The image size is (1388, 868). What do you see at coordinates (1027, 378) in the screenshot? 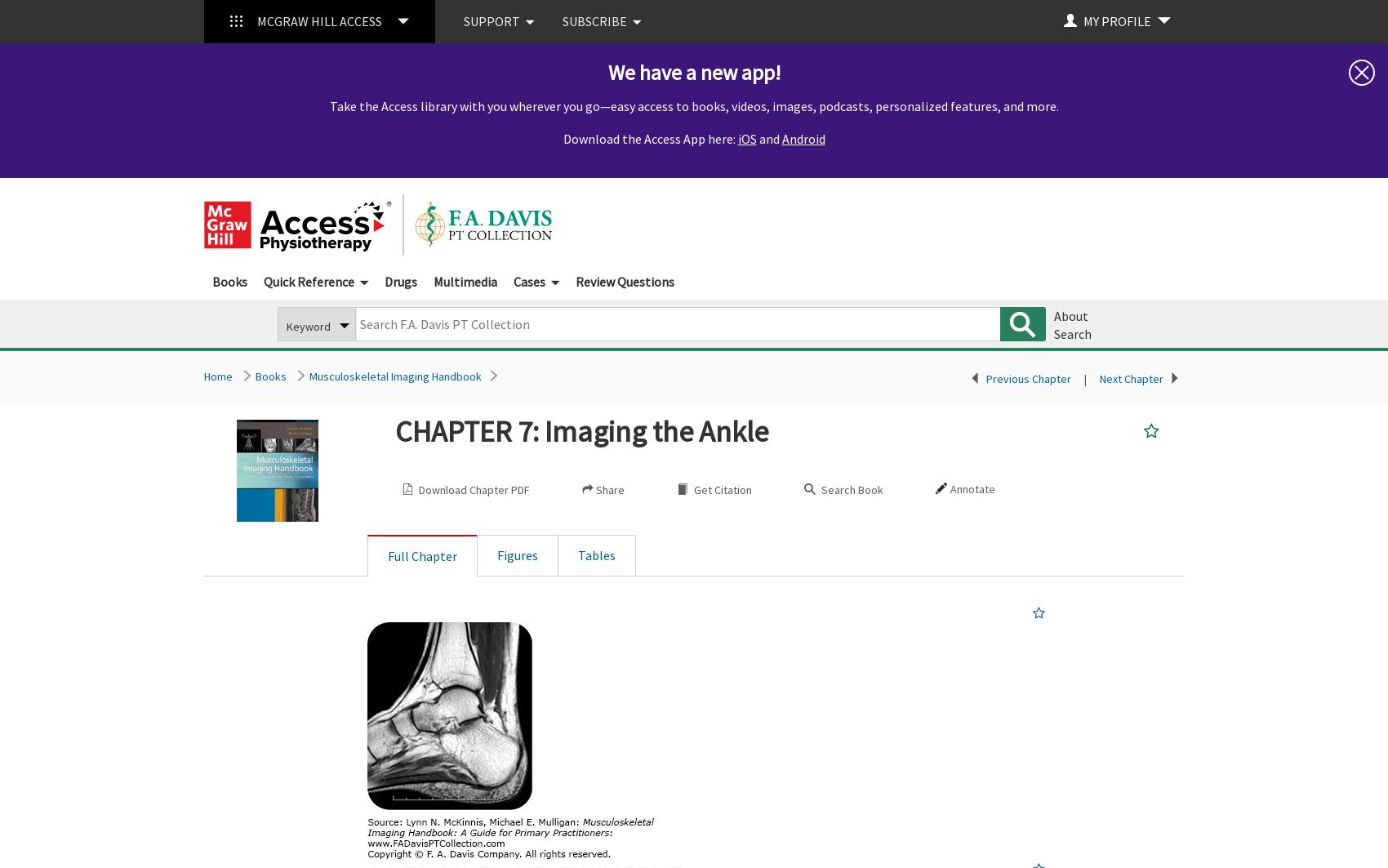
I see `'Previous Chapter'` at bounding box center [1027, 378].